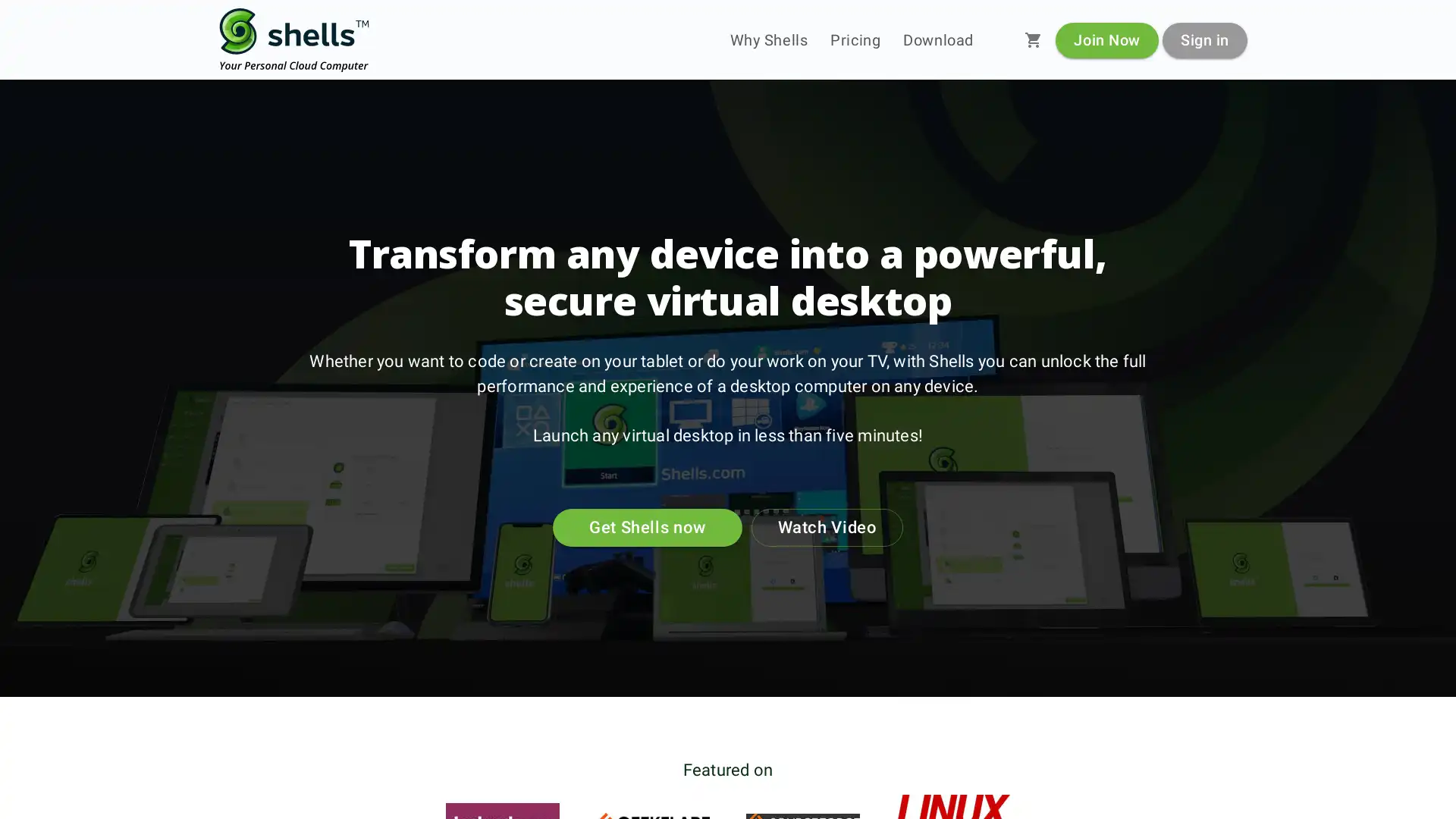 The width and height of the screenshot is (1456, 819). I want to click on Watch Video, so click(826, 526).